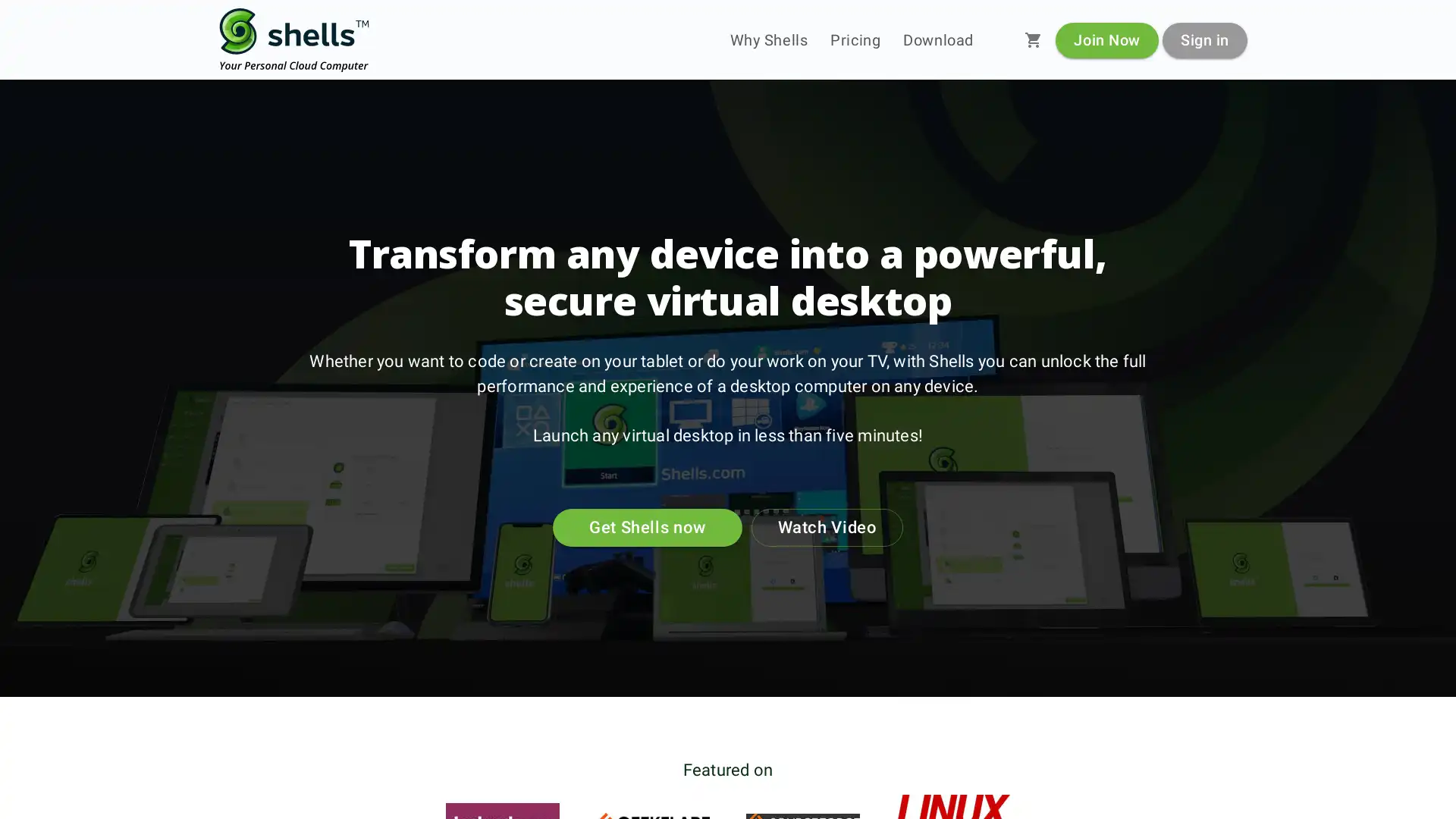 The width and height of the screenshot is (1456, 819). I want to click on Watch Video, so click(826, 526).